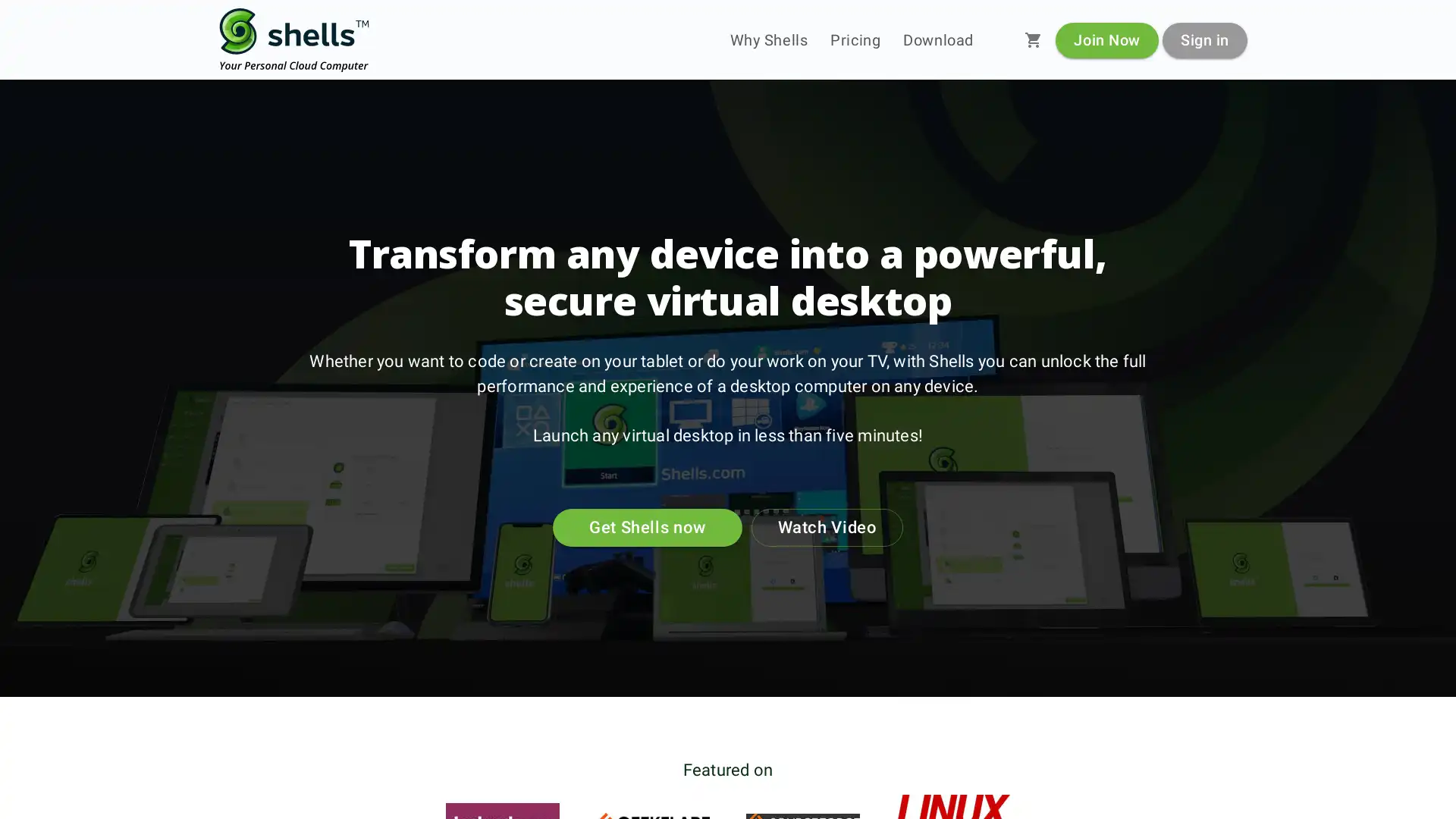 The width and height of the screenshot is (1456, 819). I want to click on Watch Video, so click(826, 526).